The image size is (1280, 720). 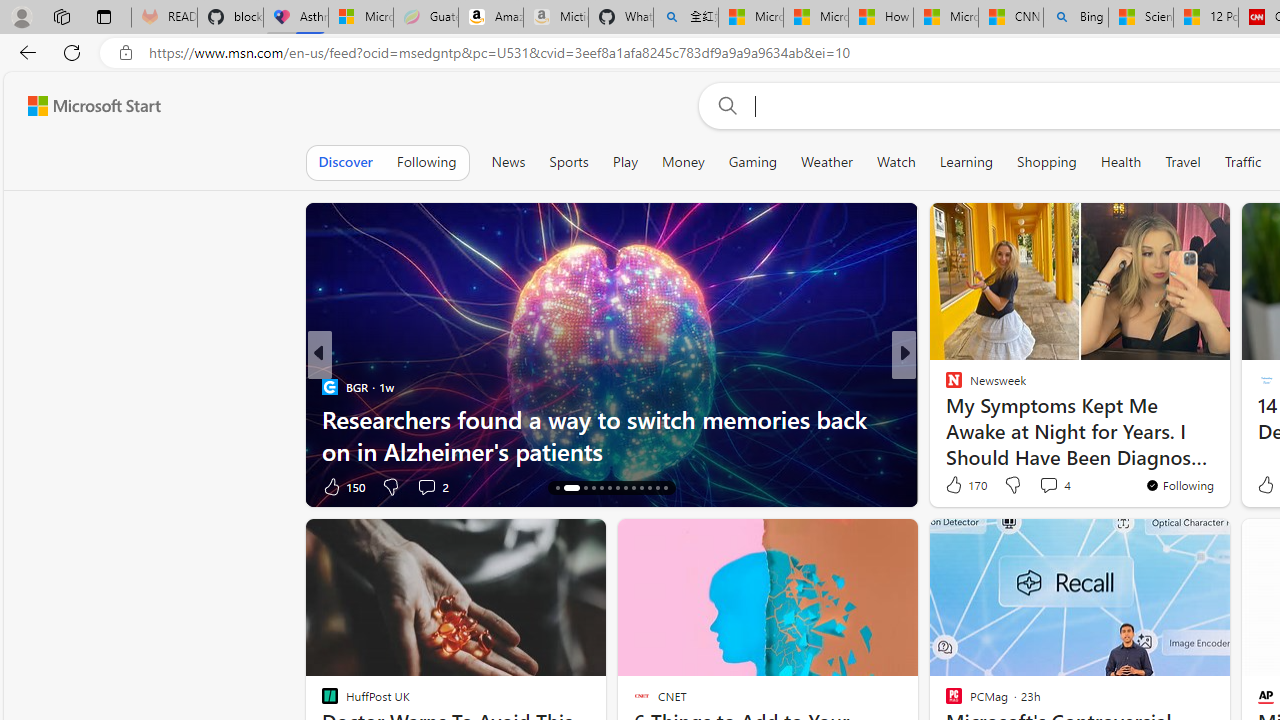 What do you see at coordinates (964, 484) in the screenshot?
I see `'170 Like'` at bounding box center [964, 484].